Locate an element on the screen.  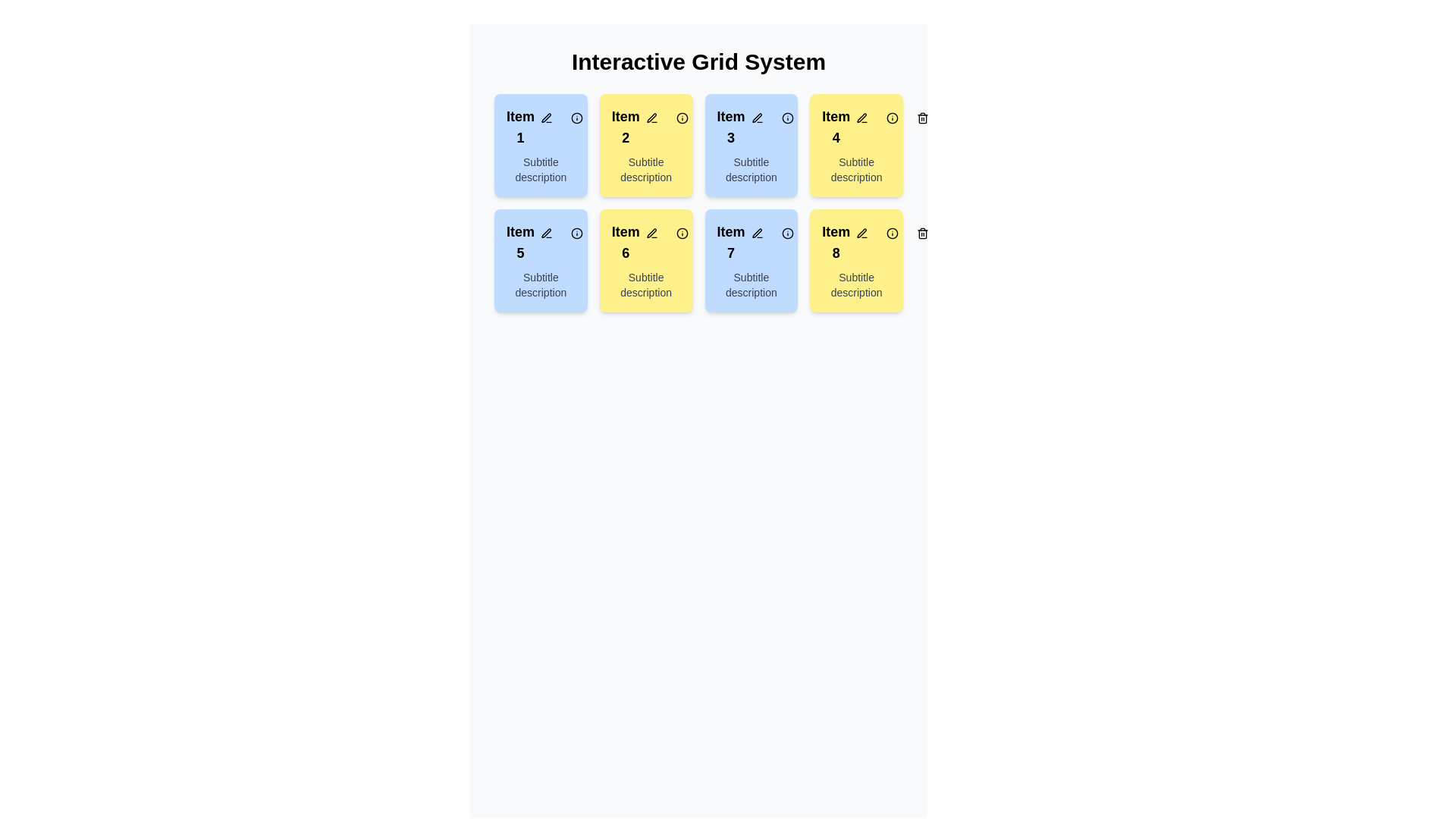
text displayed in the bold label 'Item 3' located at the top-left of a blue-colored rectangular card with rounded corners is located at coordinates (751, 127).